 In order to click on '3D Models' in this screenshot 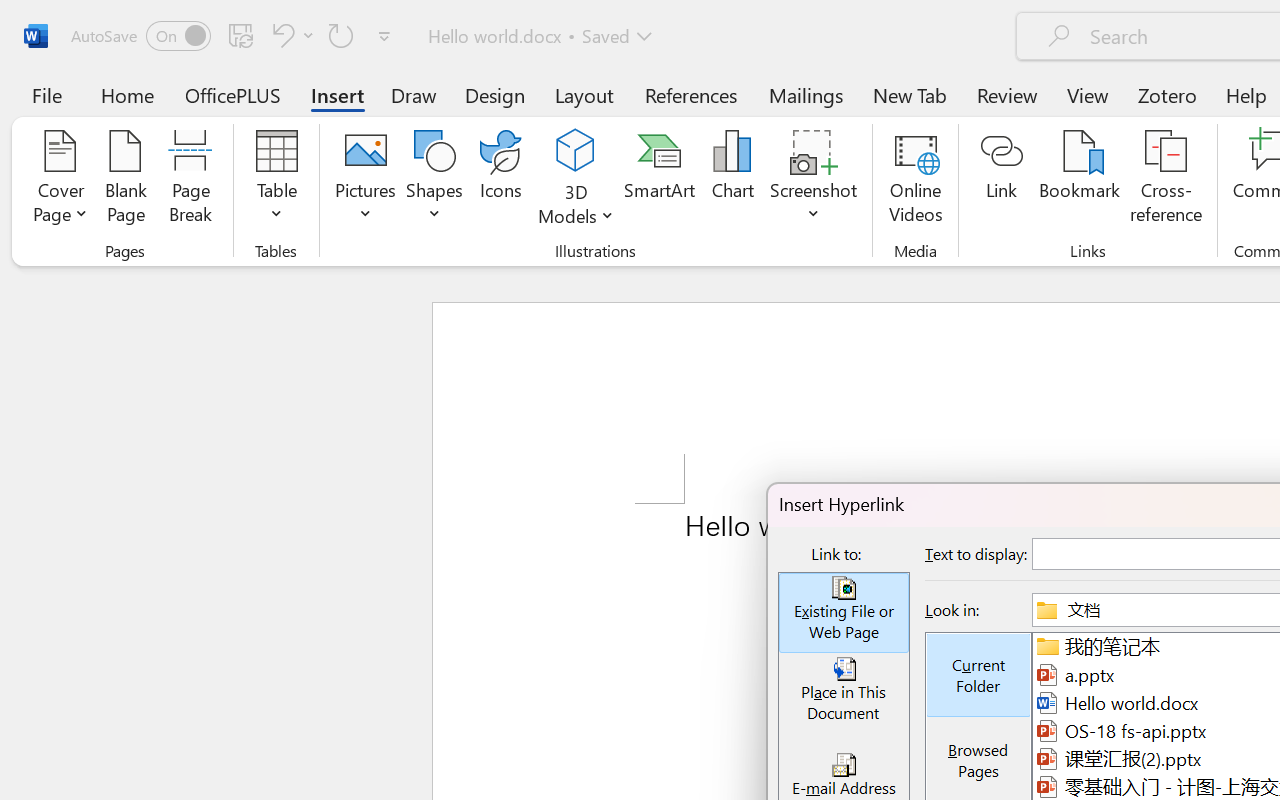, I will do `click(575, 179)`.